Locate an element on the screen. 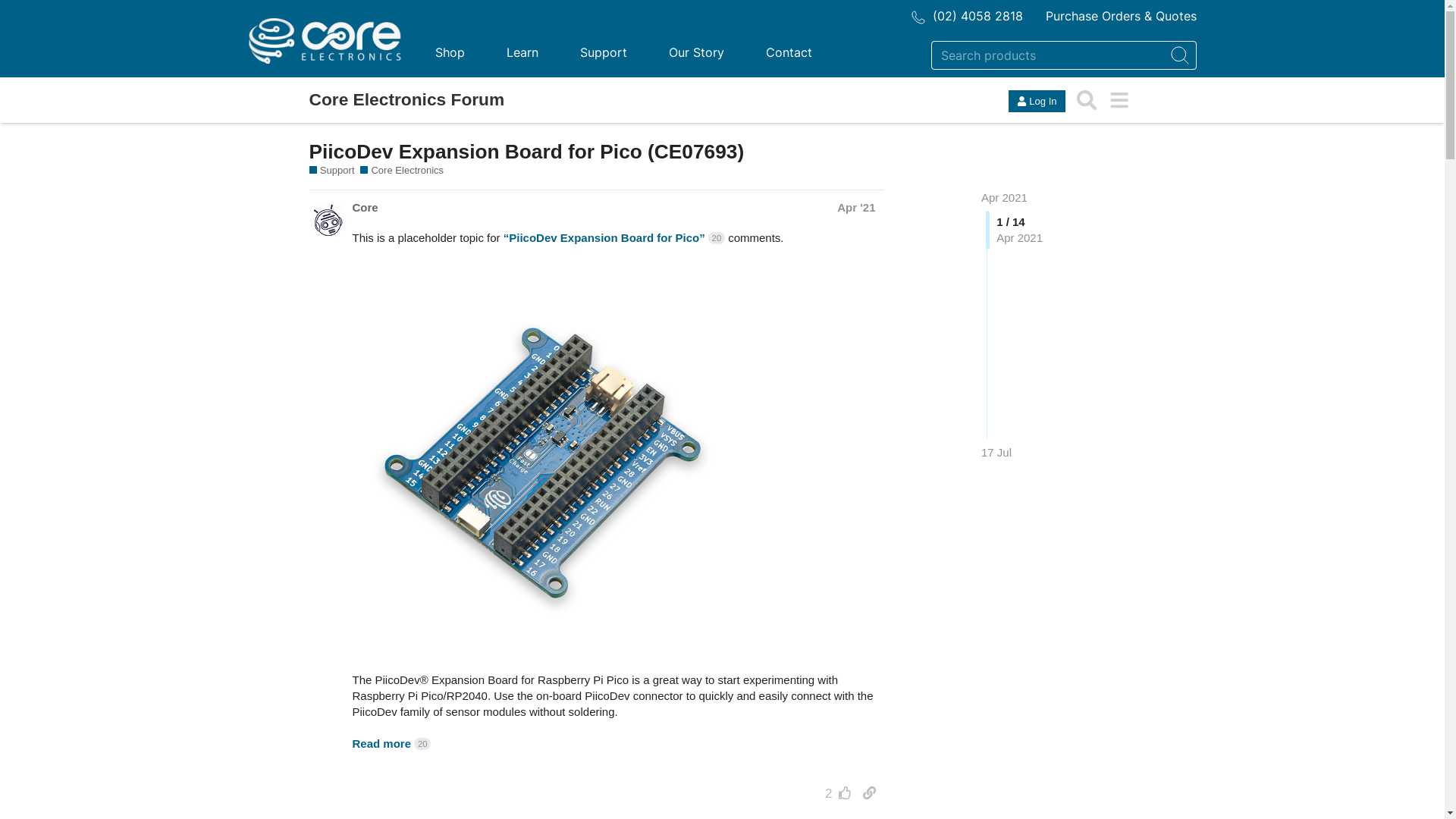 This screenshot has height=819, width=1456. 'Shop' is located at coordinates (448, 52).